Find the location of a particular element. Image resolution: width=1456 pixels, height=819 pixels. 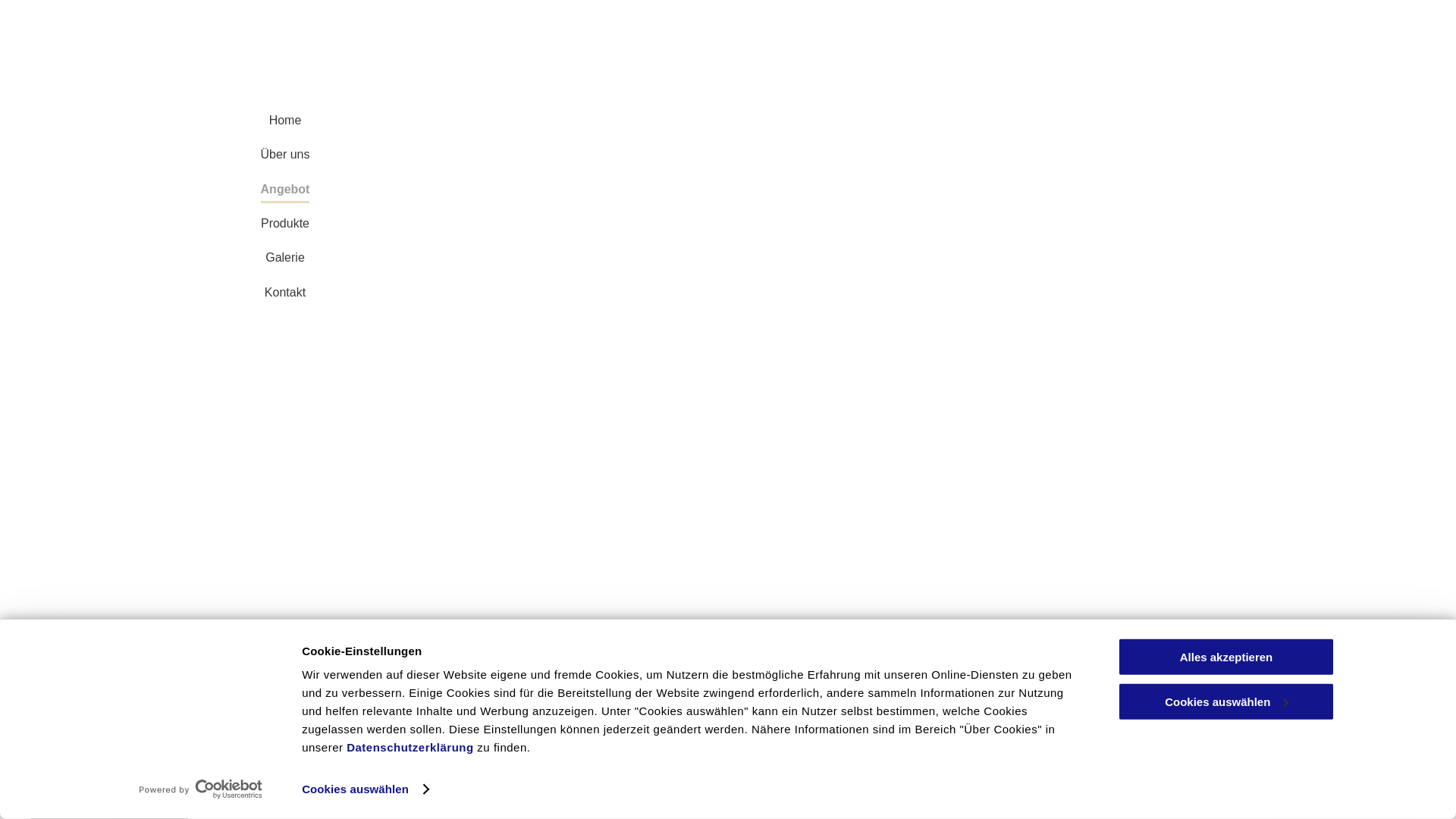

'Coiffure Elsbeth Meier' is located at coordinates (137, 646).